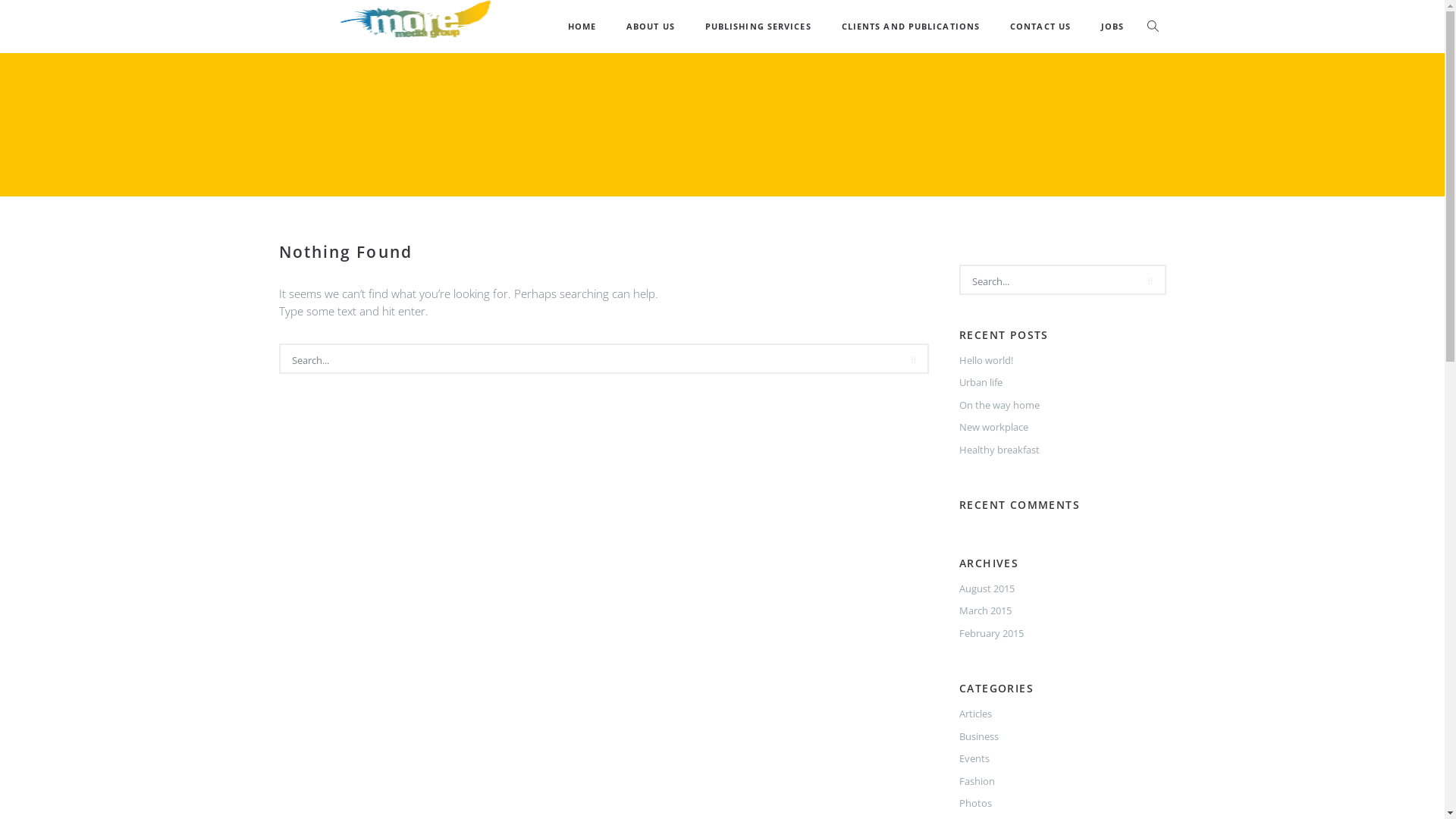 Image resolution: width=1456 pixels, height=819 pixels. What do you see at coordinates (959, 736) in the screenshot?
I see `'Business'` at bounding box center [959, 736].